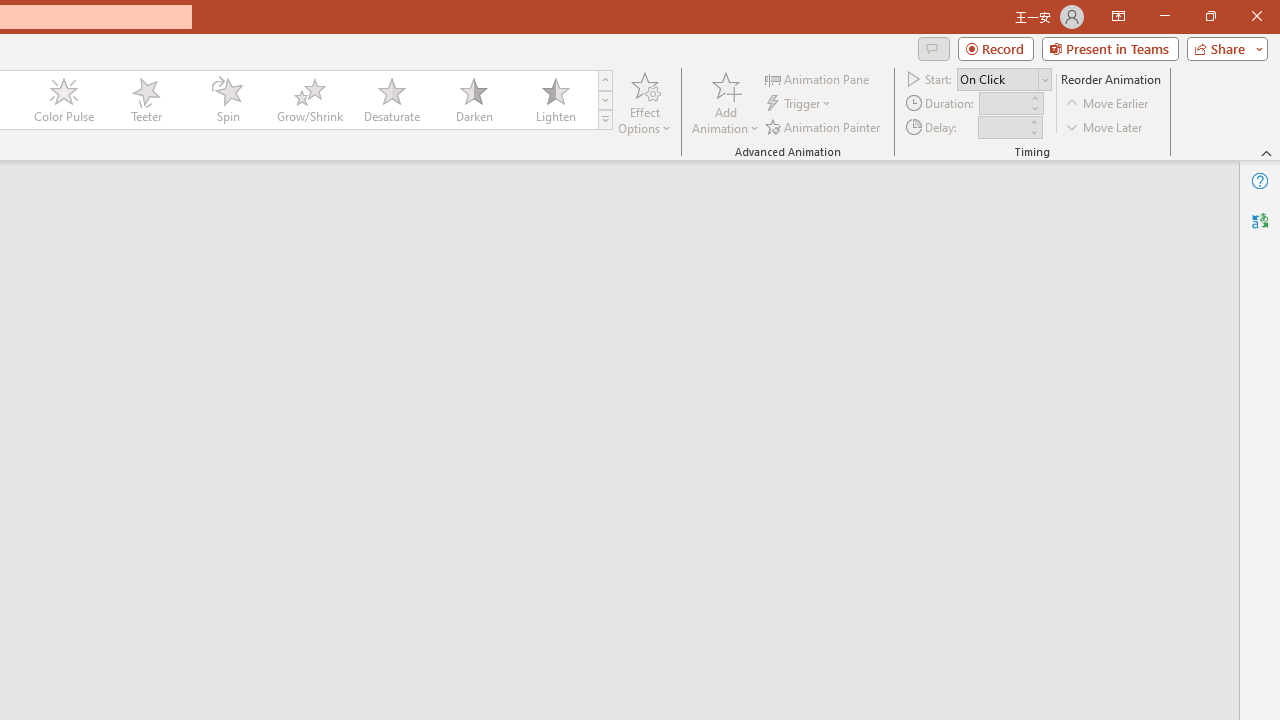 The image size is (1280, 720). I want to click on 'Move Earlier', so click(1106, 103).